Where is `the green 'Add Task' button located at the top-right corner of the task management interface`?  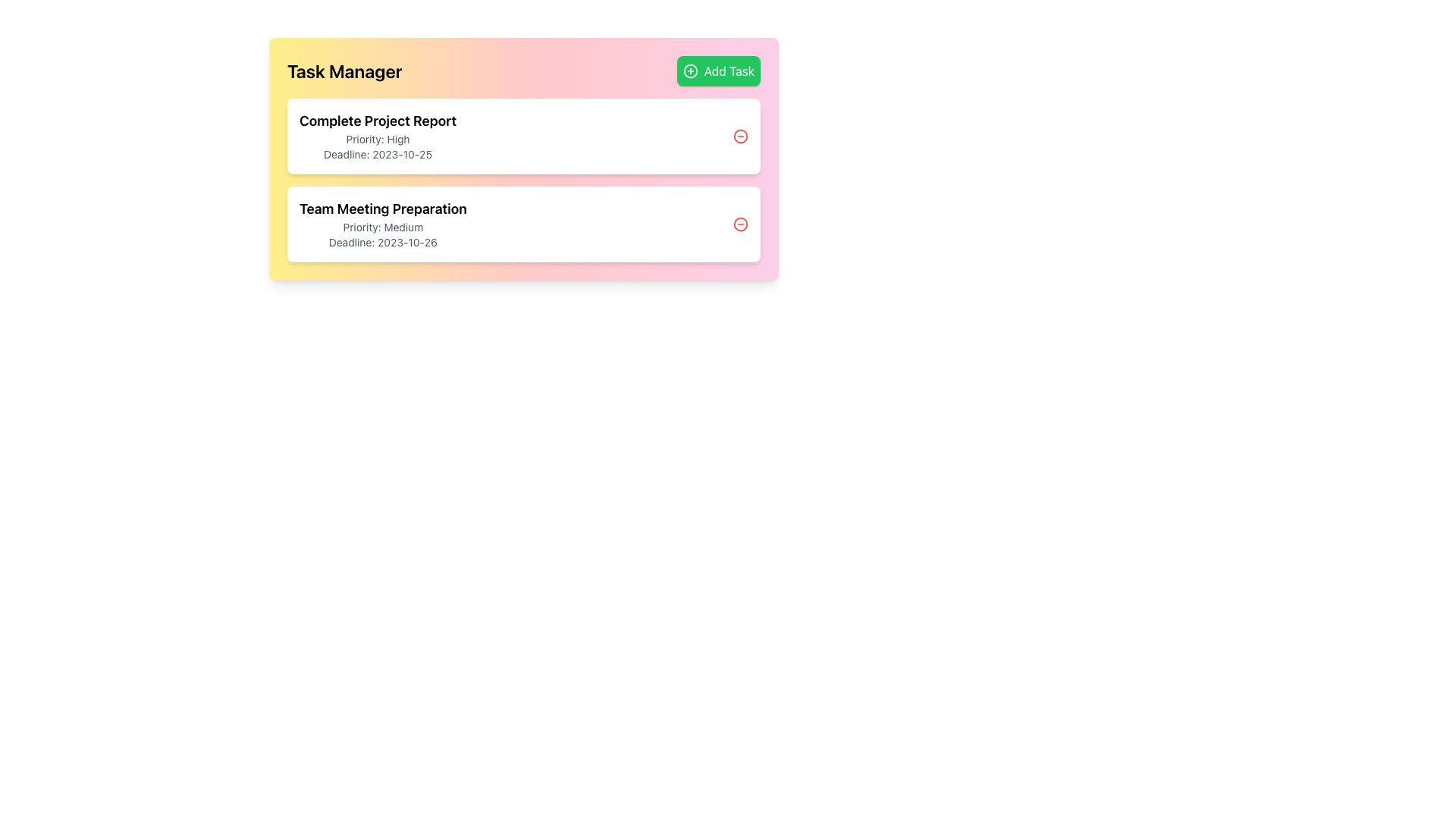
the green 'Add Task' button located at the top-right corner of the task management interface is located at coordinates (717, 71).